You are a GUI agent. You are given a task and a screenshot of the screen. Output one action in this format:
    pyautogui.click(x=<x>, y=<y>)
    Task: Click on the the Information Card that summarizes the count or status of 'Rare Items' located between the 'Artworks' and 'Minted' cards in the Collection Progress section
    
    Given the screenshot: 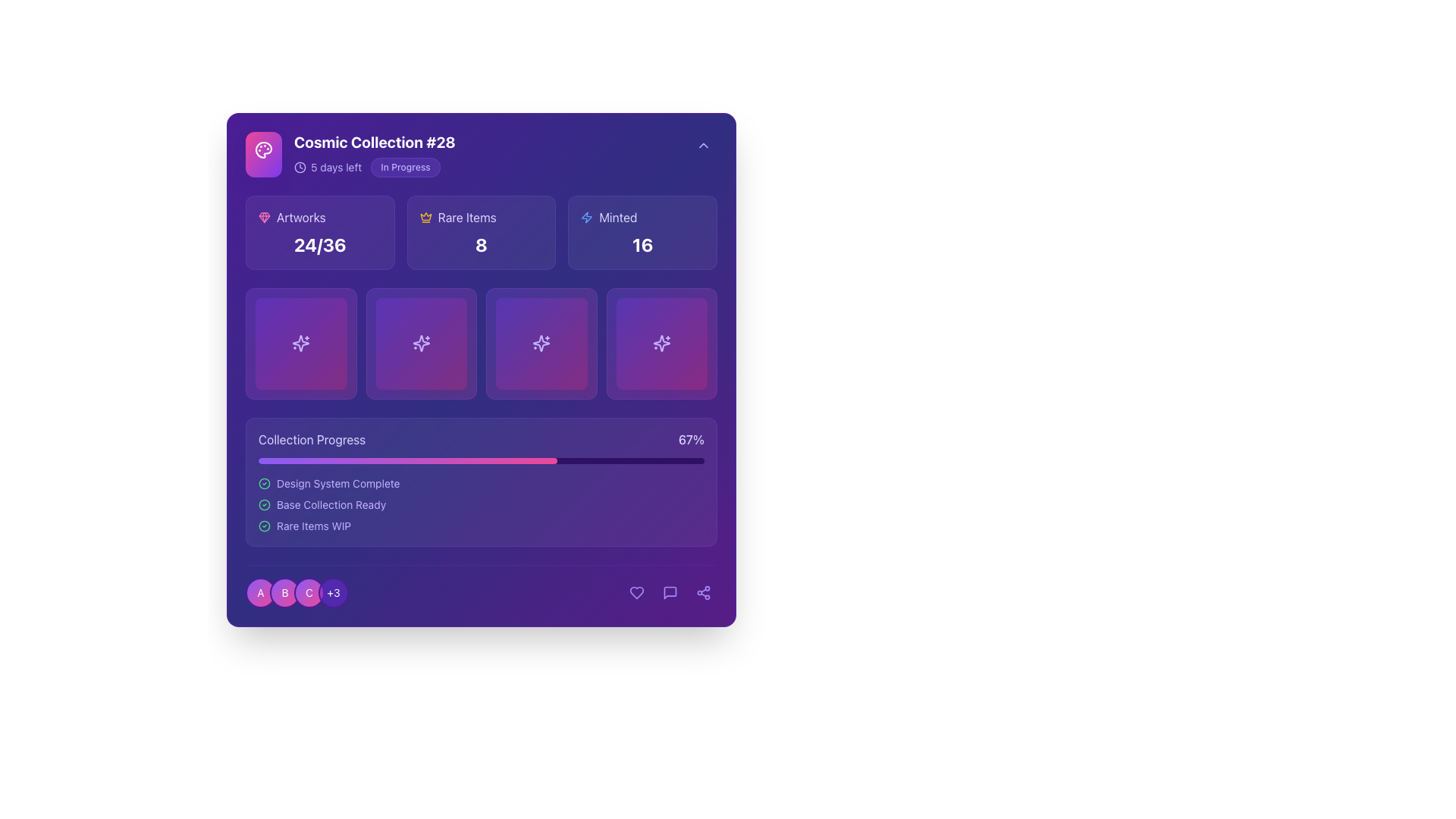 What is the action you would take?
    pyautogui.click(x=480, y=233)
    